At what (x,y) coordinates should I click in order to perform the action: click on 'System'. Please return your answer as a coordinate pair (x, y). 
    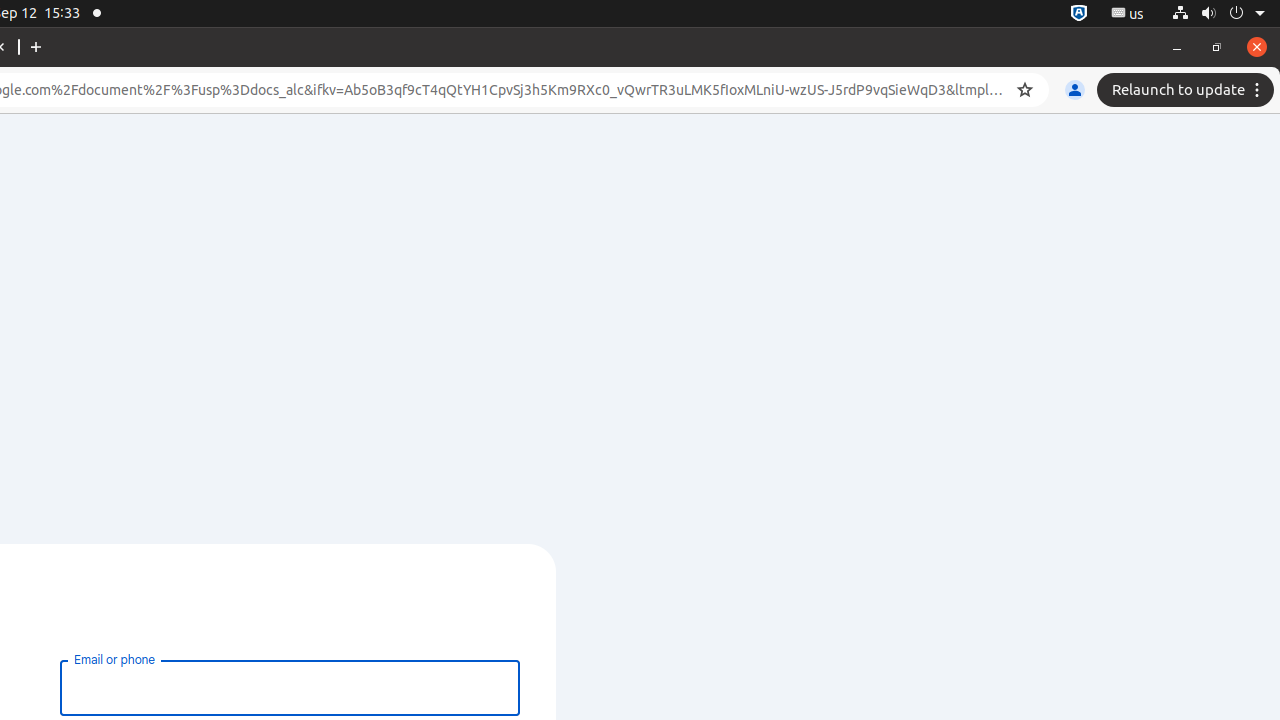
    Looking at the image, I should click on (1217, 13).